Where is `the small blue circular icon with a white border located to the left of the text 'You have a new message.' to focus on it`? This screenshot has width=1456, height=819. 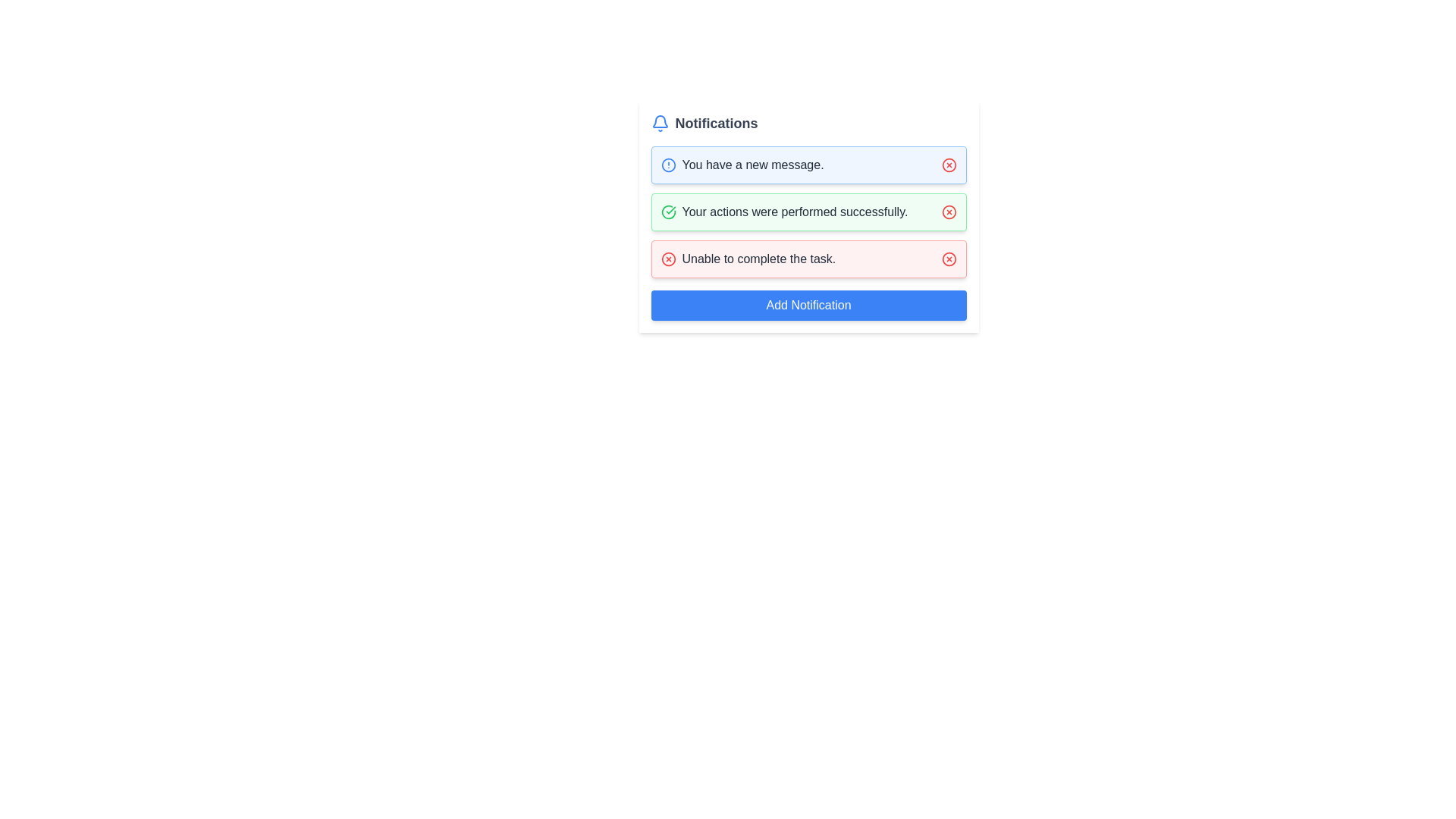 the small blue circular icon with a white border located to the left of the text 'You have a new message.' to focus on it is located at coordinates (667, 165).